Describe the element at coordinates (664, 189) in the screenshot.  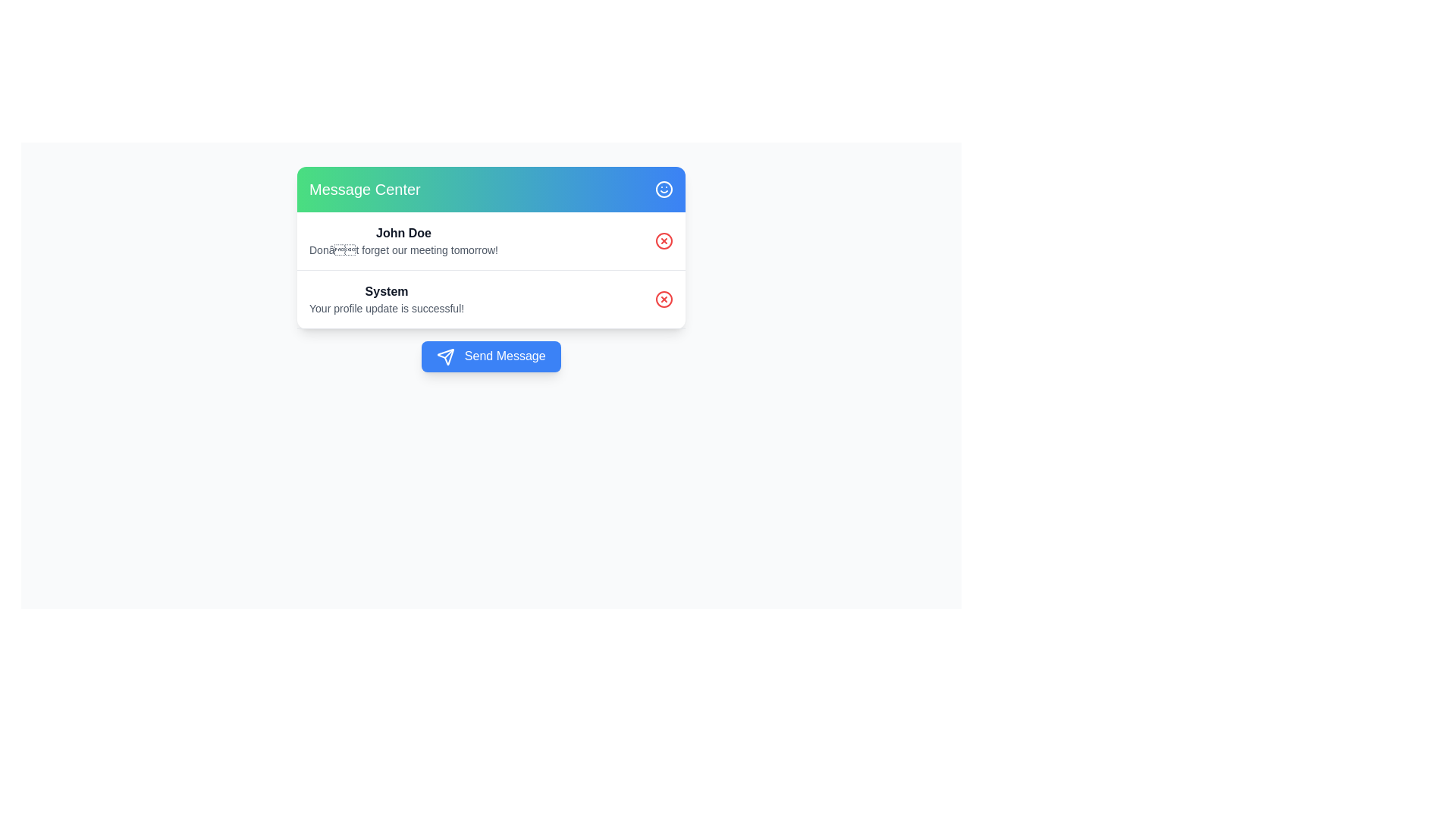
I see `the Decorative Icon in the top-right corner of the 'Message Center' header, which is a circular smiley face with a blue background and white facial features` at that location.